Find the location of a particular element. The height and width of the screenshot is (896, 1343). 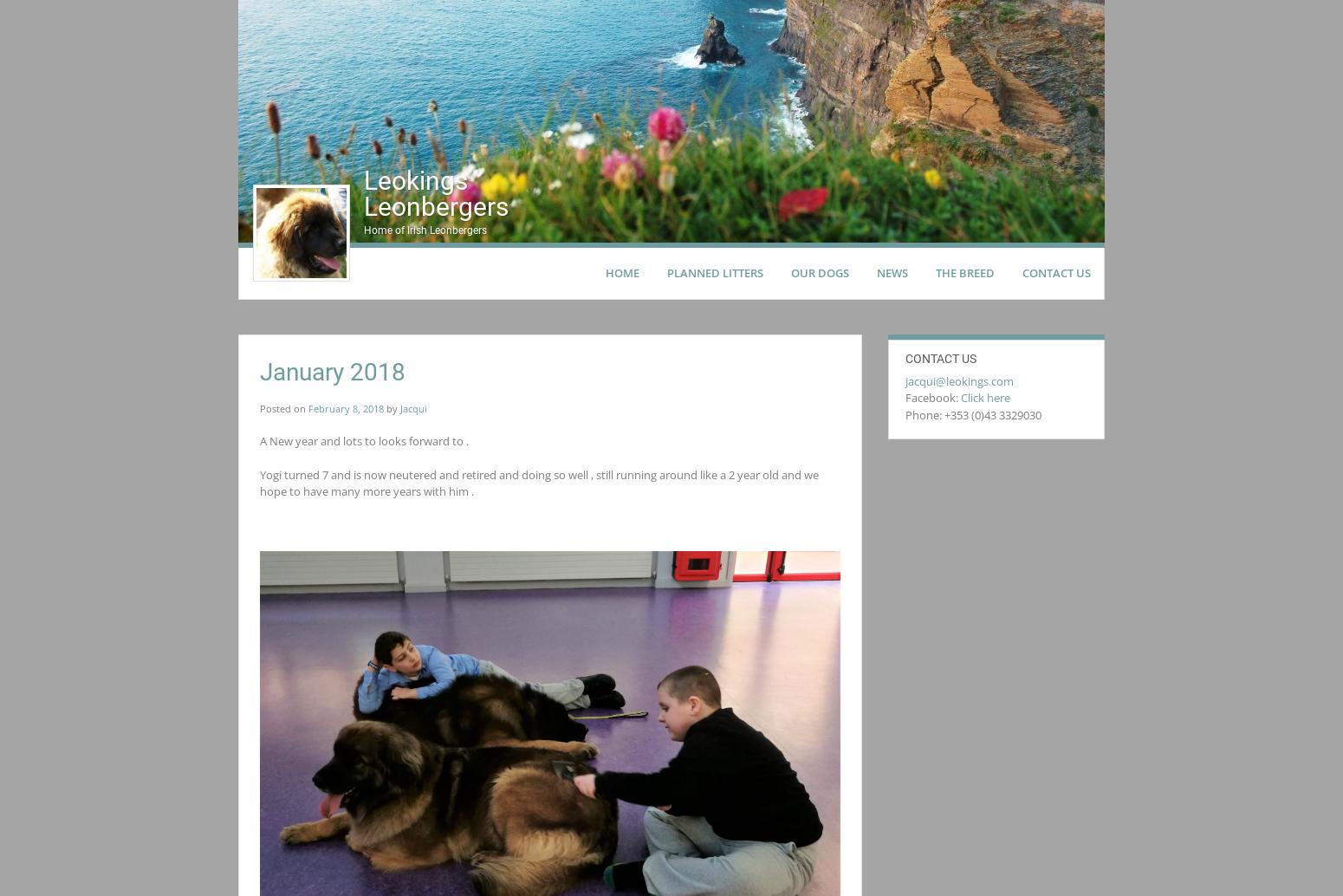

'Jacqui' is located at coordinates (412, 406).